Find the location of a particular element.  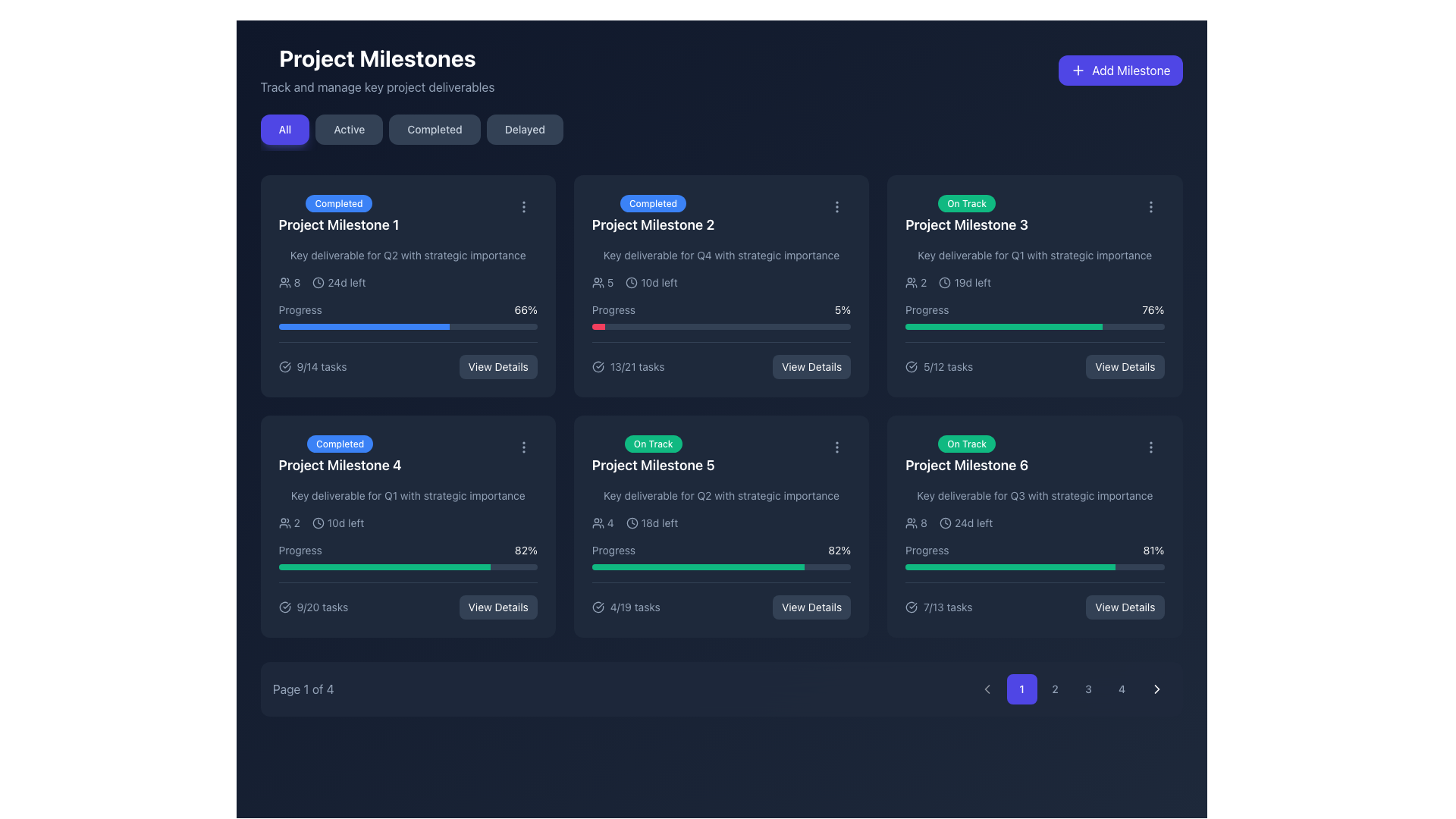

the circular segment of the SVG graphic element styled with 'currentColor' within the 'Project Milestone 3' card is located at coordinates (911, 366).